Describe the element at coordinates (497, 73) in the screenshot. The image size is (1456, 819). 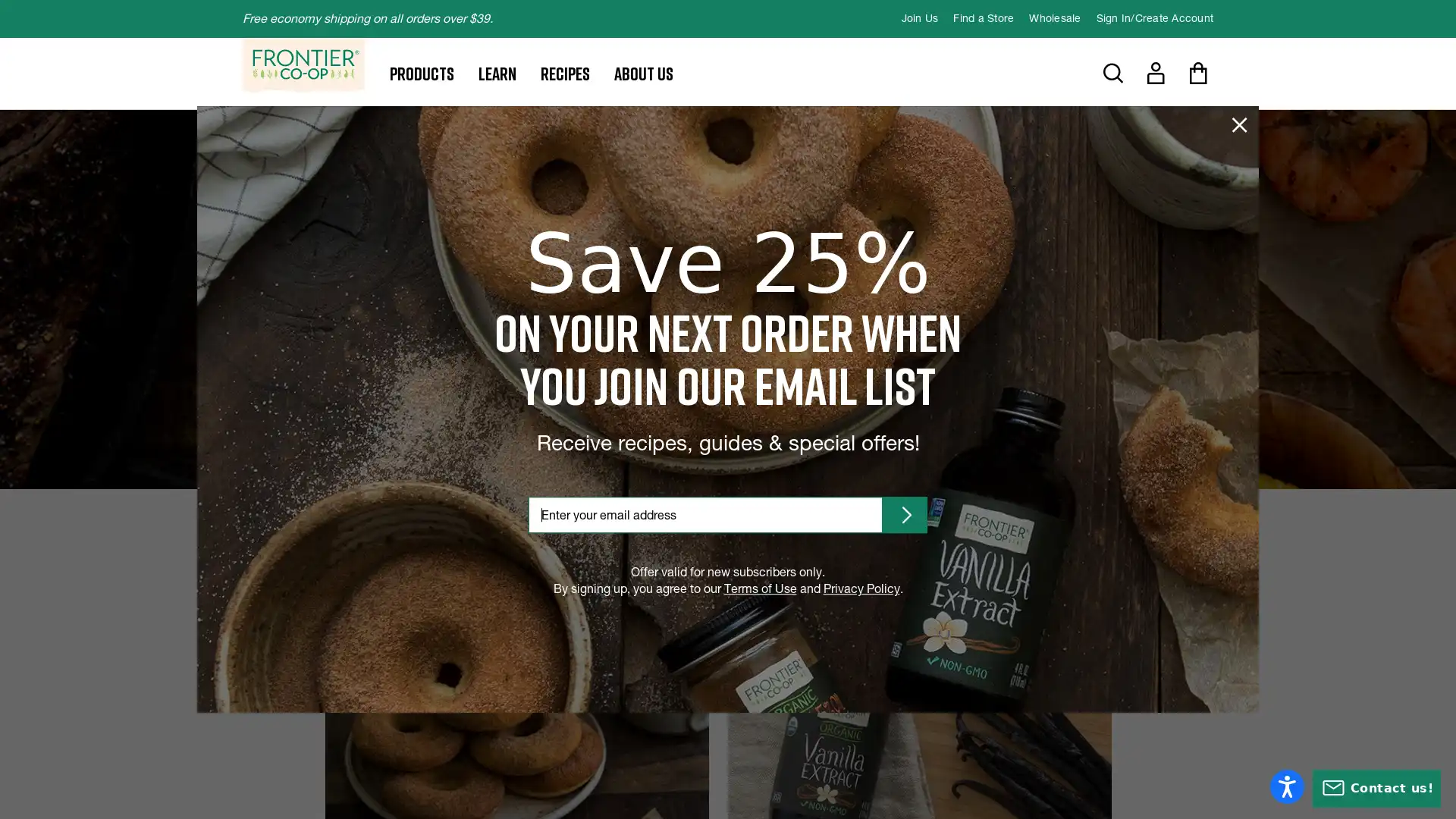
I see `Learn` at that location.